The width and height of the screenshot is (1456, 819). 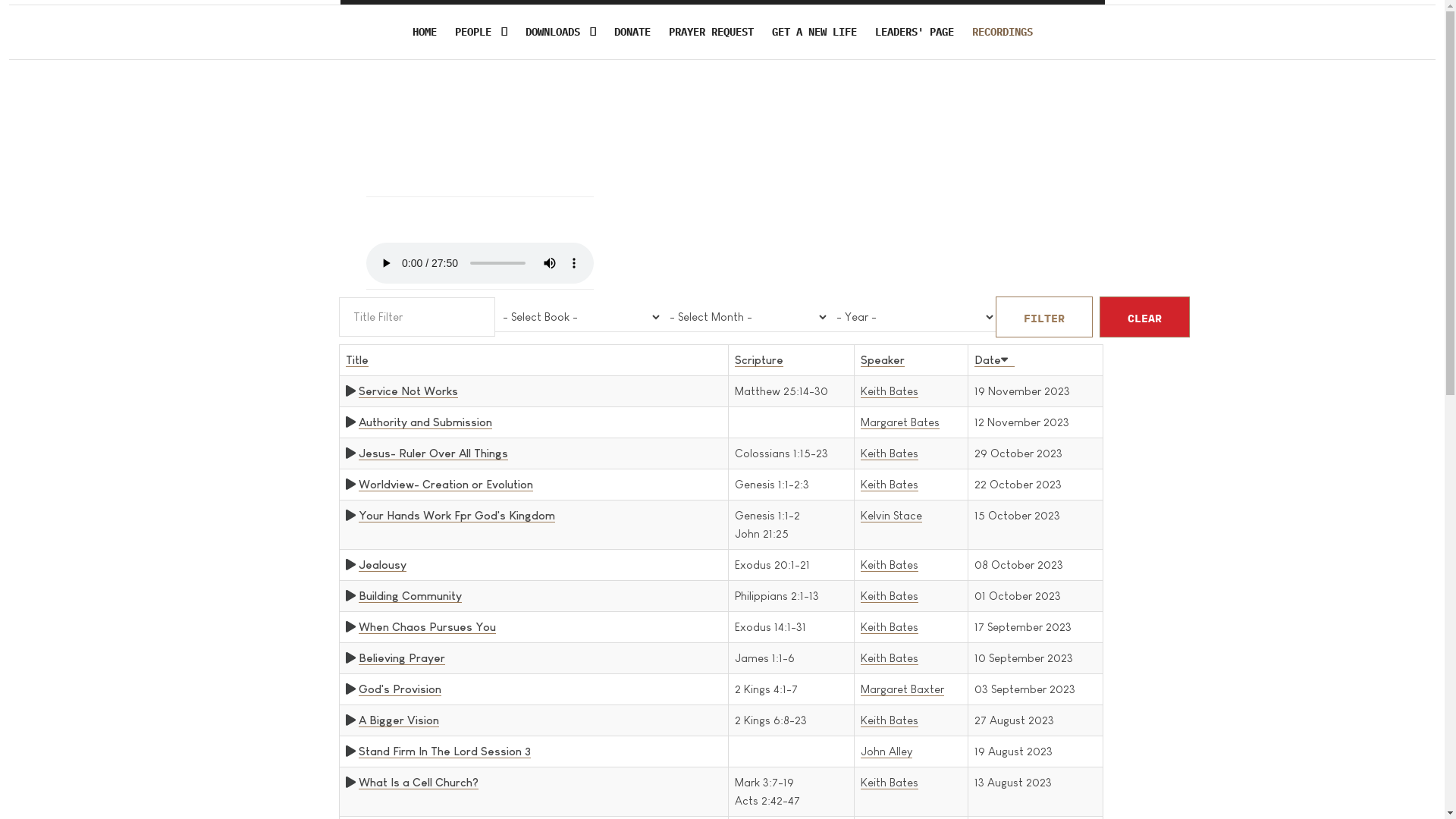 What do you see at coordinates (409, 595) in the screenshot?
I see `'Building Community'` at bounding box center [409, 595].